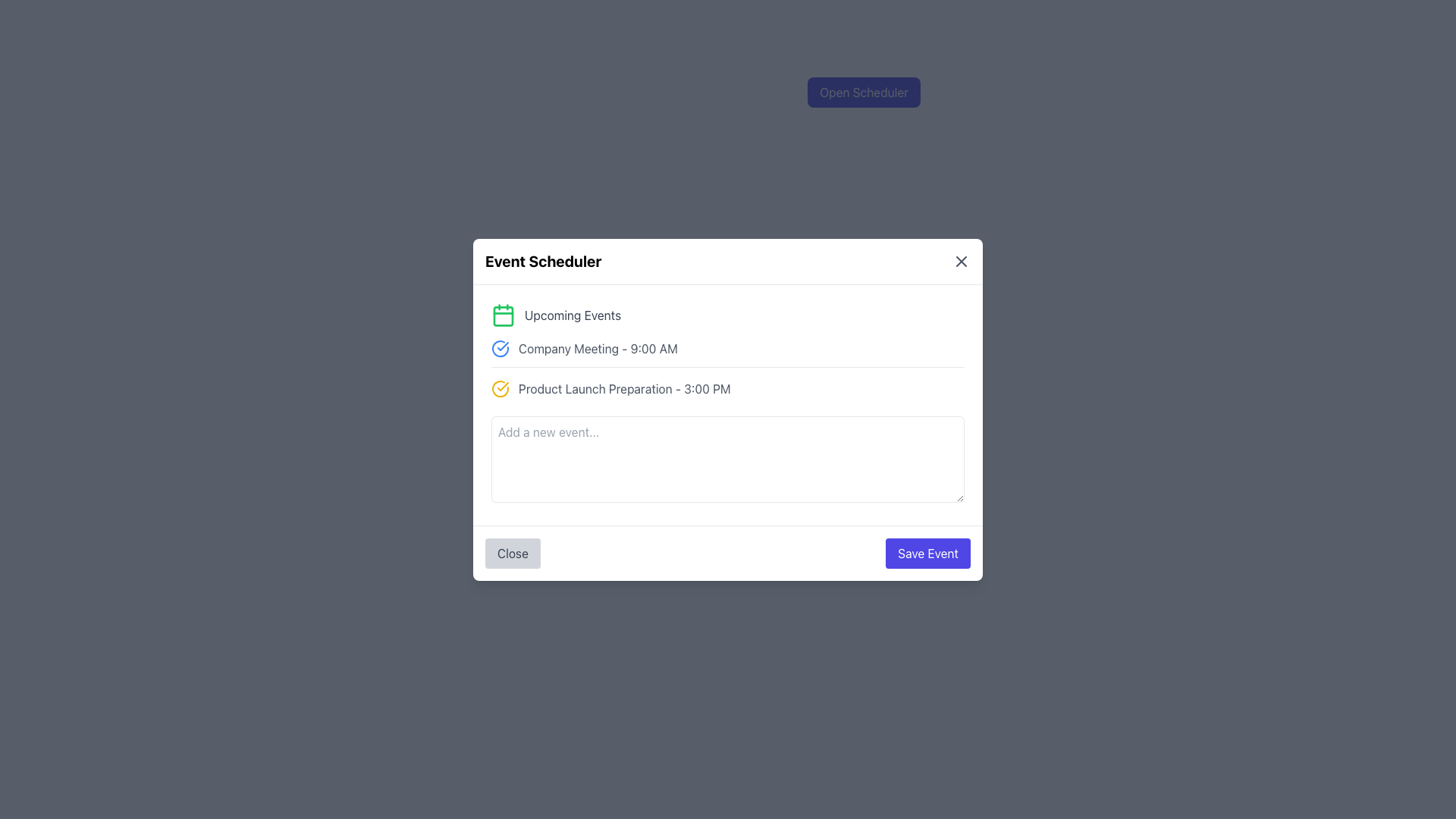  Describe the element at coordinates (500, 388) in the screenshot. I see `the status icon located to the left of the text 'Product Launch Preparation - 3:00 PM', which serves as a visual cue for users` at that location.